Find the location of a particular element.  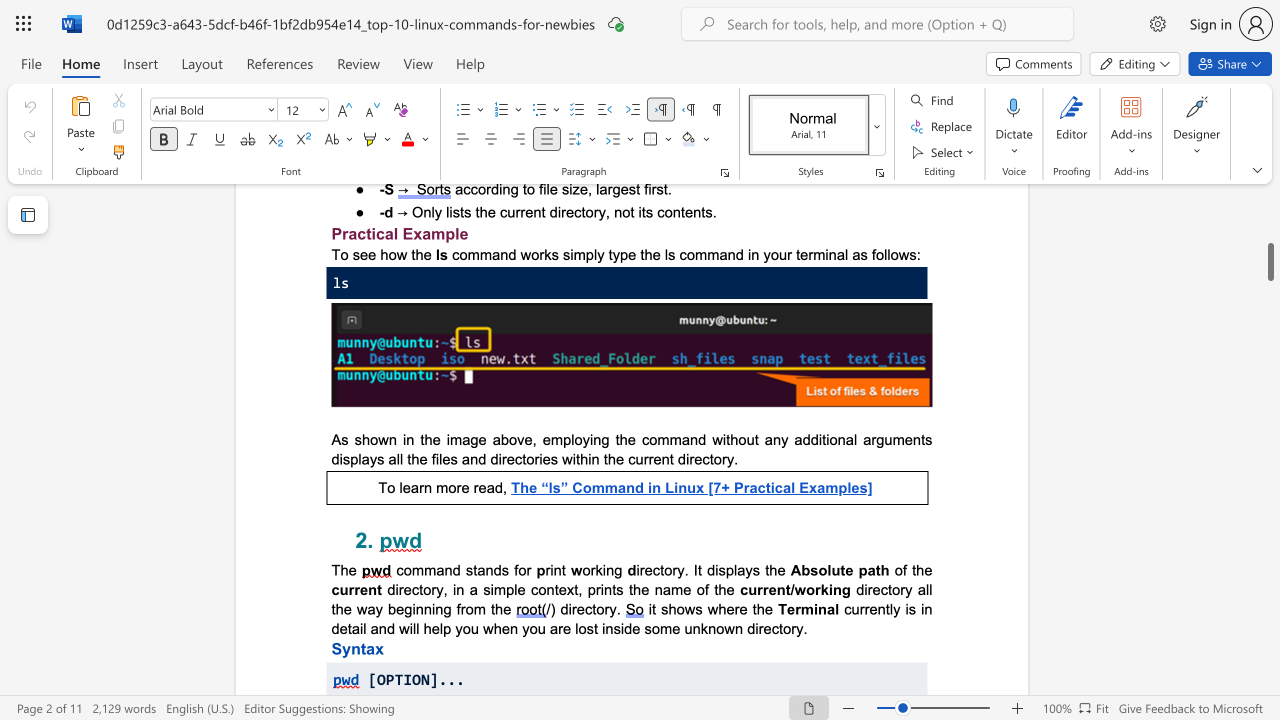

the 1th character "m" in the text is located at coordinates (897, 438).